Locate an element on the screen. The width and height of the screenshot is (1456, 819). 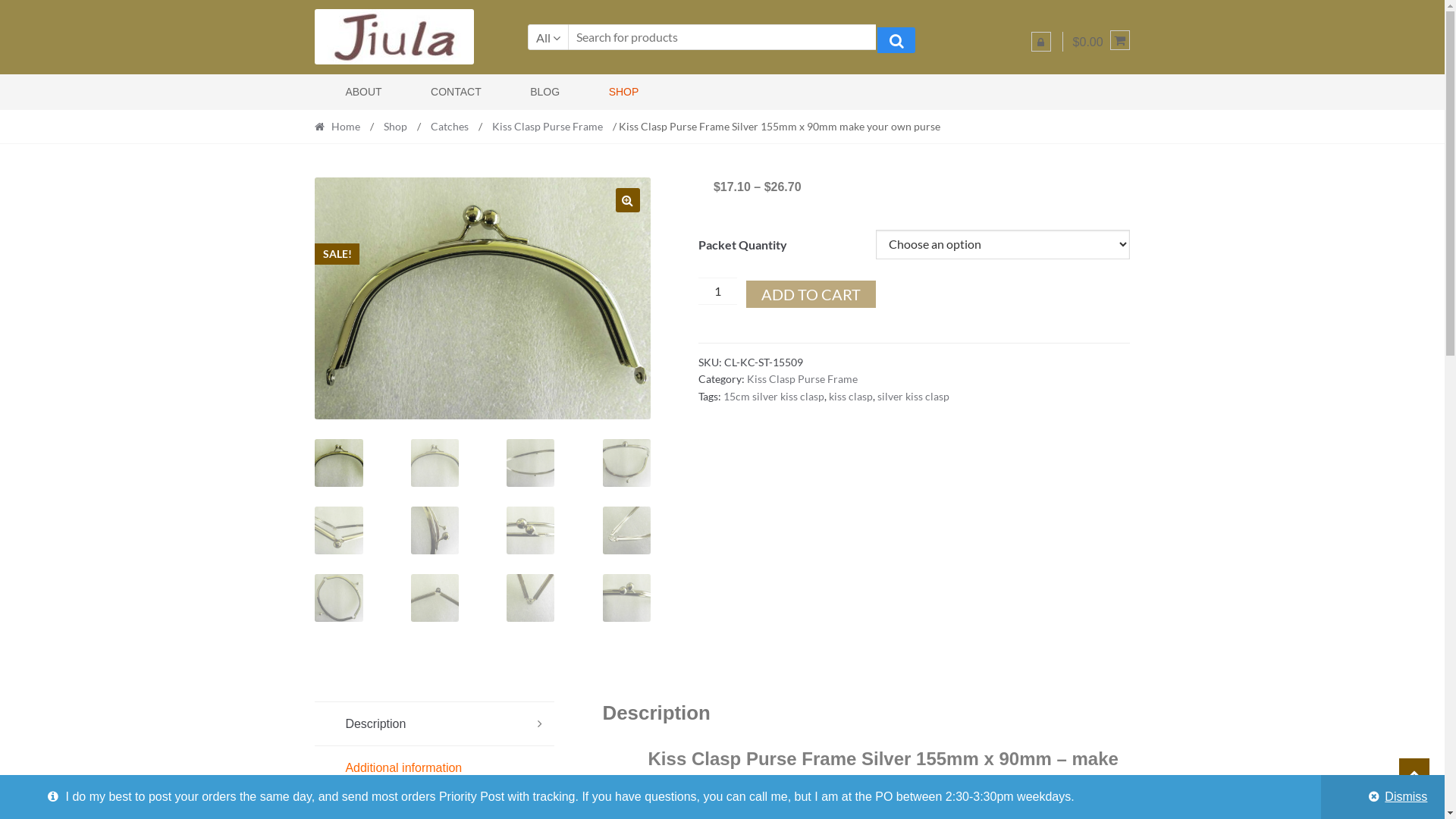
'Additional information' is located at coordinates (433, 768).